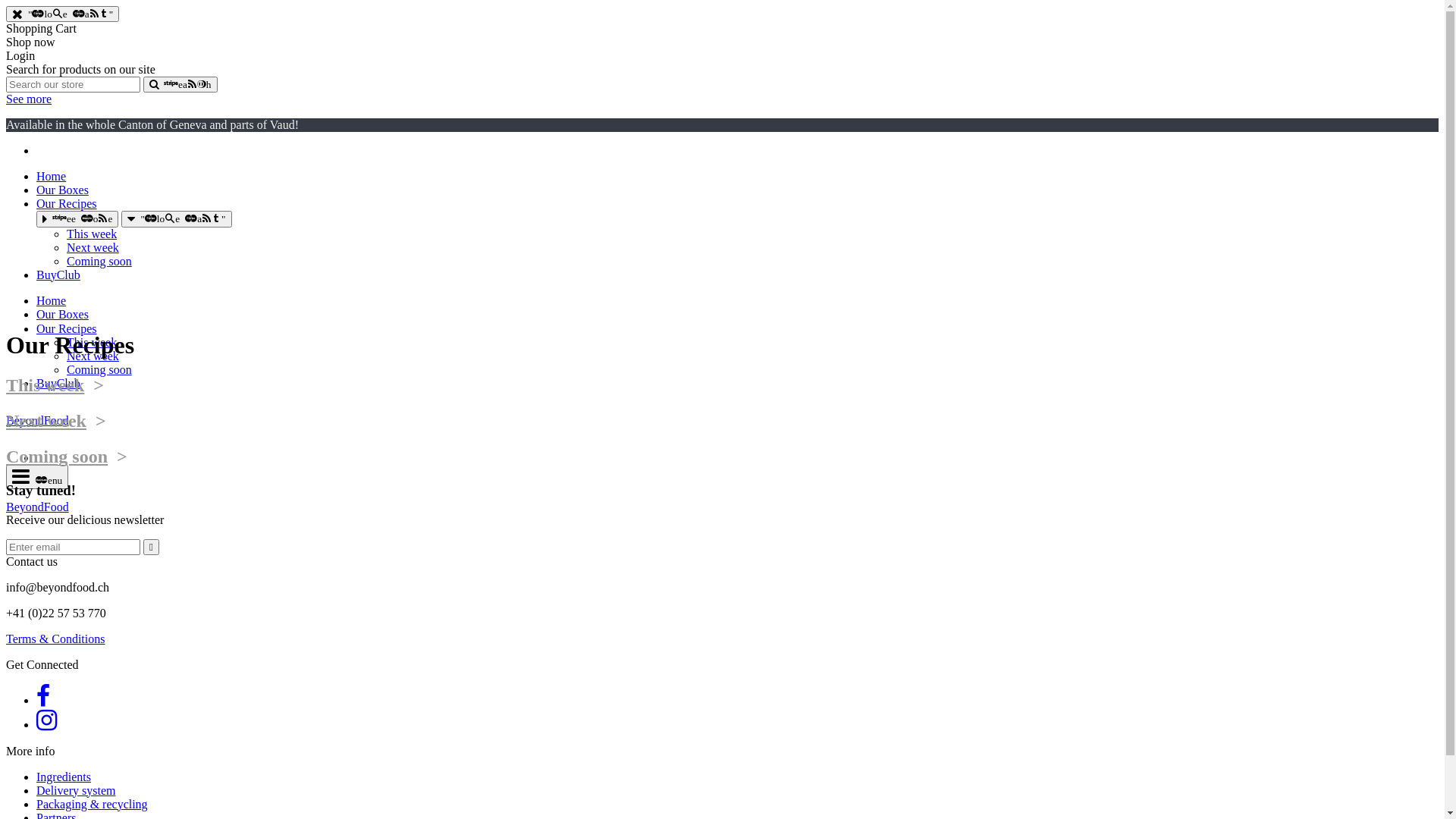 This screenshot has height=819, width=1456. What do you see at coordinates (62, 777) in the screenshot?
I see `'Ingredients'` at bounding box center [62, 777].